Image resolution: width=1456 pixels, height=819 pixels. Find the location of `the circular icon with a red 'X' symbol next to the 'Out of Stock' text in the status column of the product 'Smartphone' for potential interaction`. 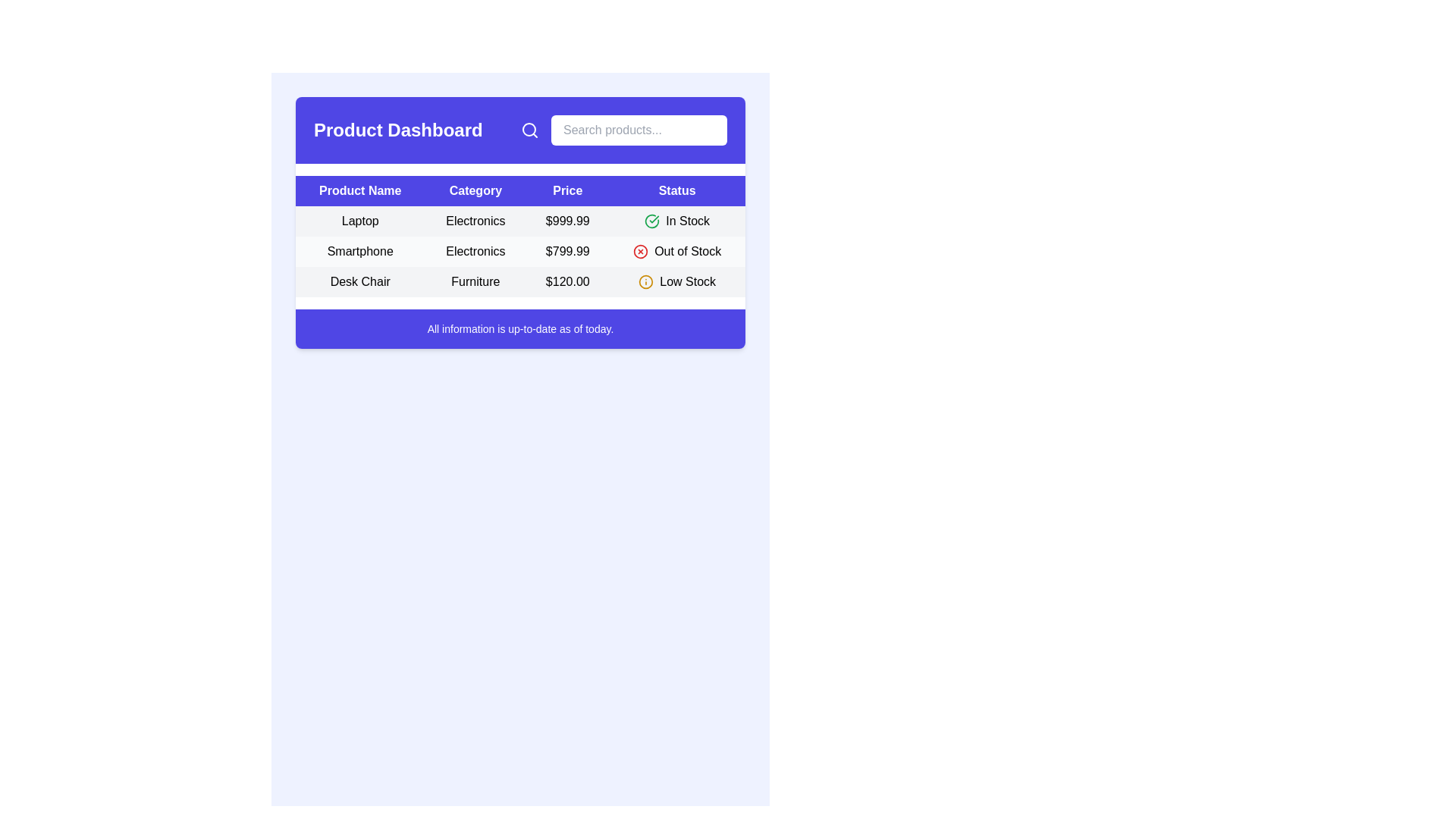

the circular icon with a red 'X' symbol next to the 'Out of Stock' text in the status column of the product 'Smartphone' for potential interaction is located at coordinates (676, 250).